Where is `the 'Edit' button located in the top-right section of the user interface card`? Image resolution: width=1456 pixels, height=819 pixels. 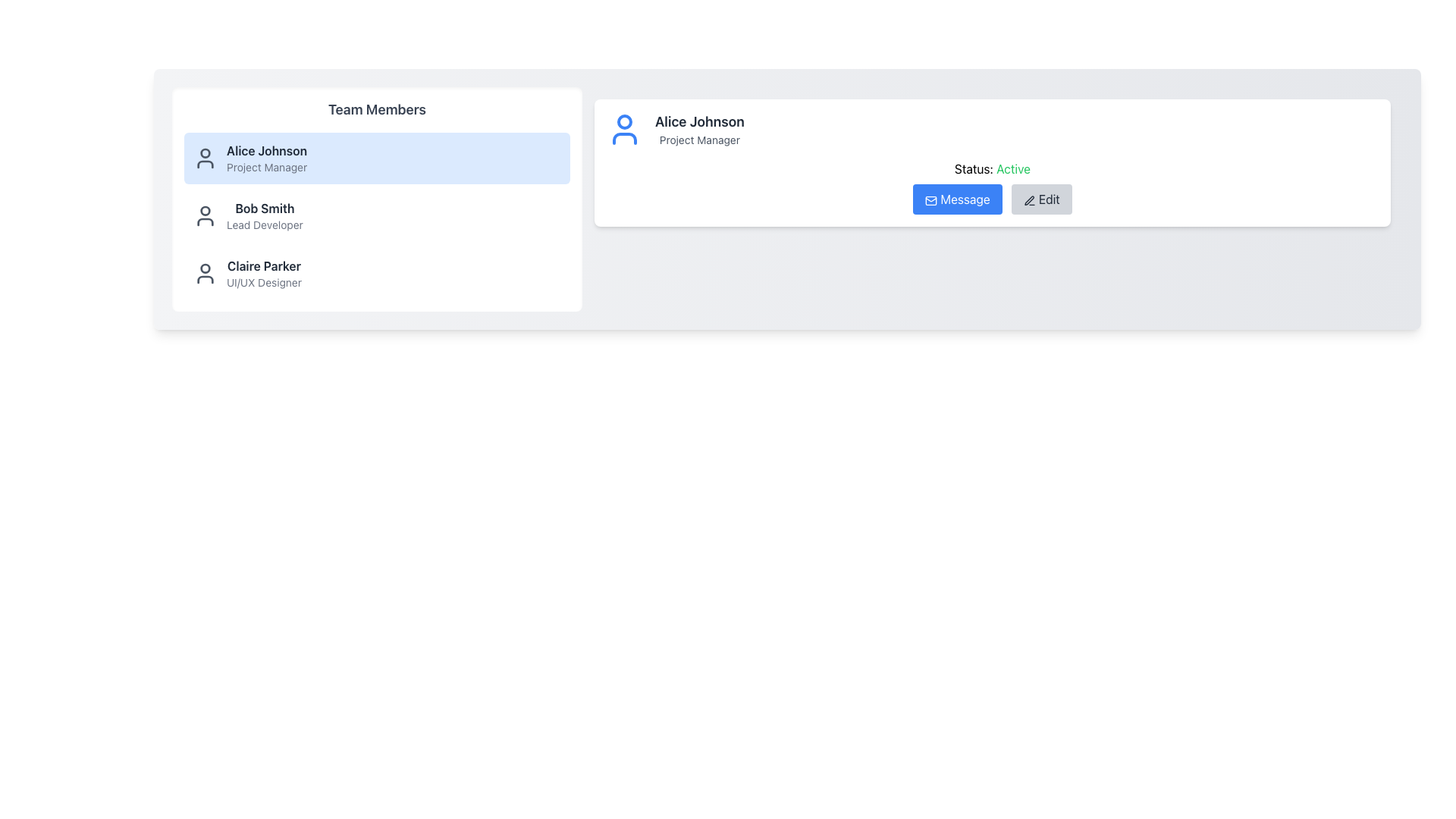
the 'Edit' button located in the top-right section of the user interface card is located at coordinates (1040, 198).